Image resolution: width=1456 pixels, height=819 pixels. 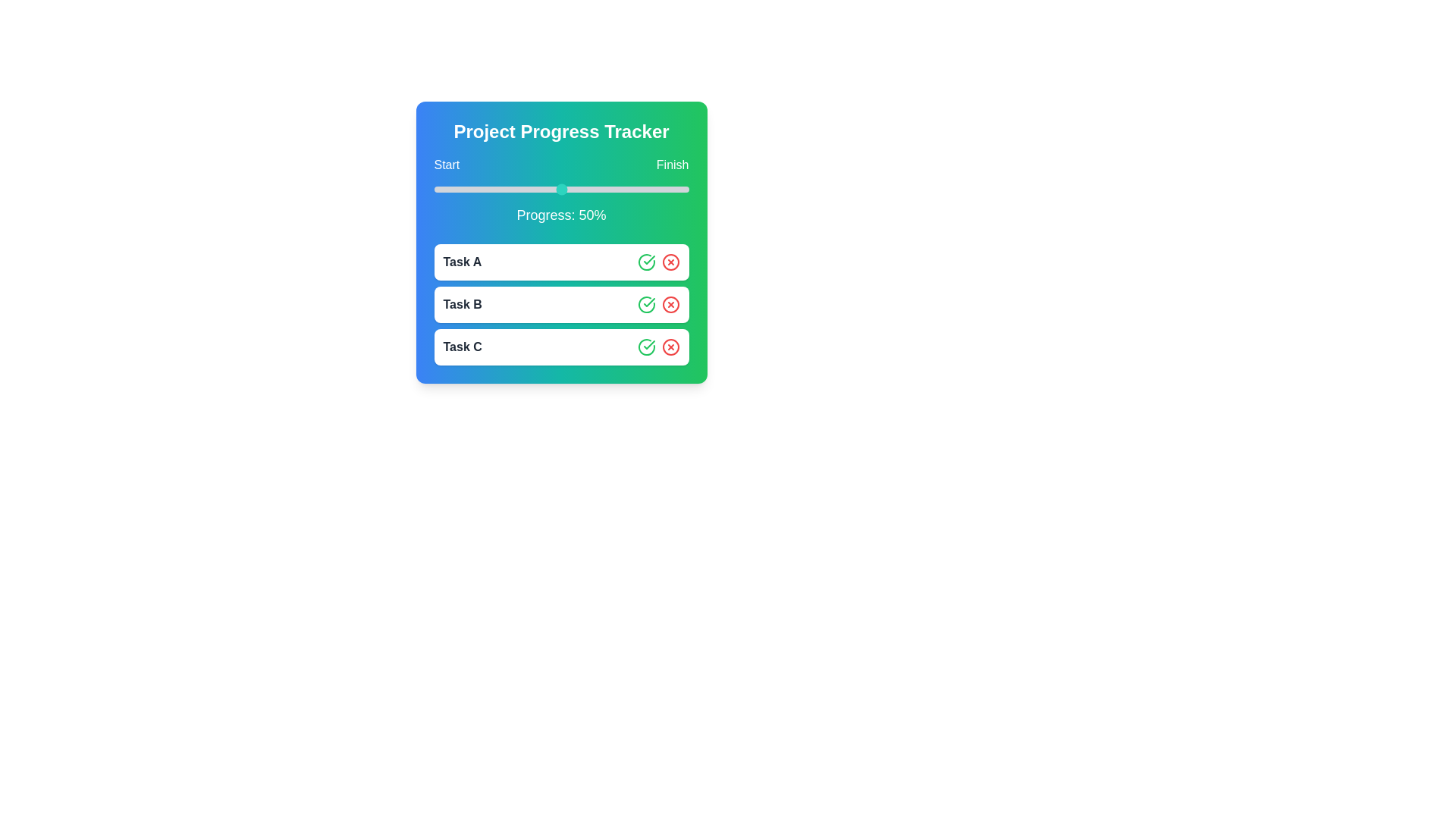 I want to click on cross button next to Task B to cancel it, so click(x=670, y=304).